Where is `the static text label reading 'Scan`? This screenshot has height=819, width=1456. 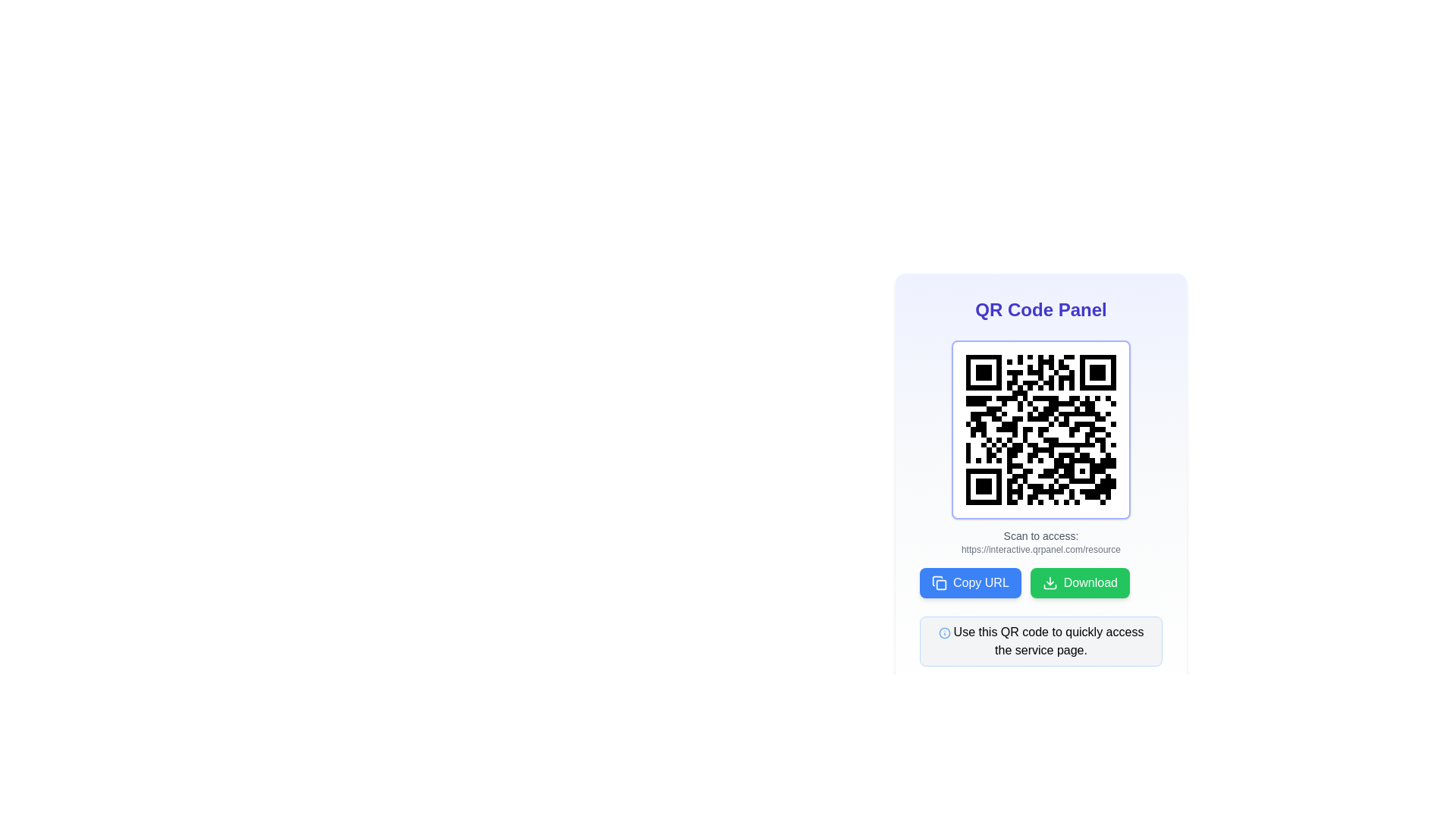 the static text label reading 'Scan is located at coordinates (1040, 535).